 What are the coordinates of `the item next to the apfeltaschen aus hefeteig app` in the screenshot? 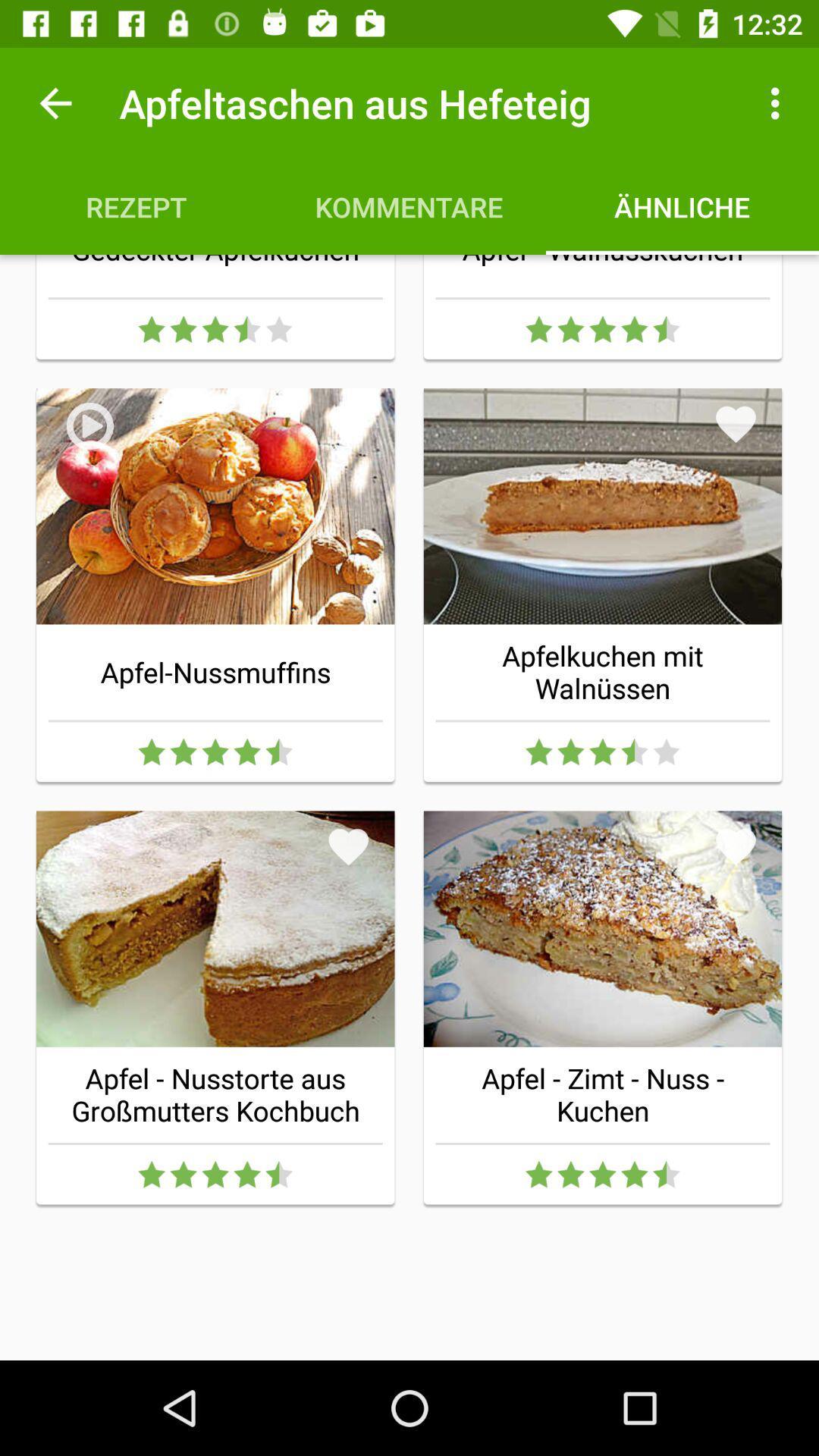 It's located at (55, 102).